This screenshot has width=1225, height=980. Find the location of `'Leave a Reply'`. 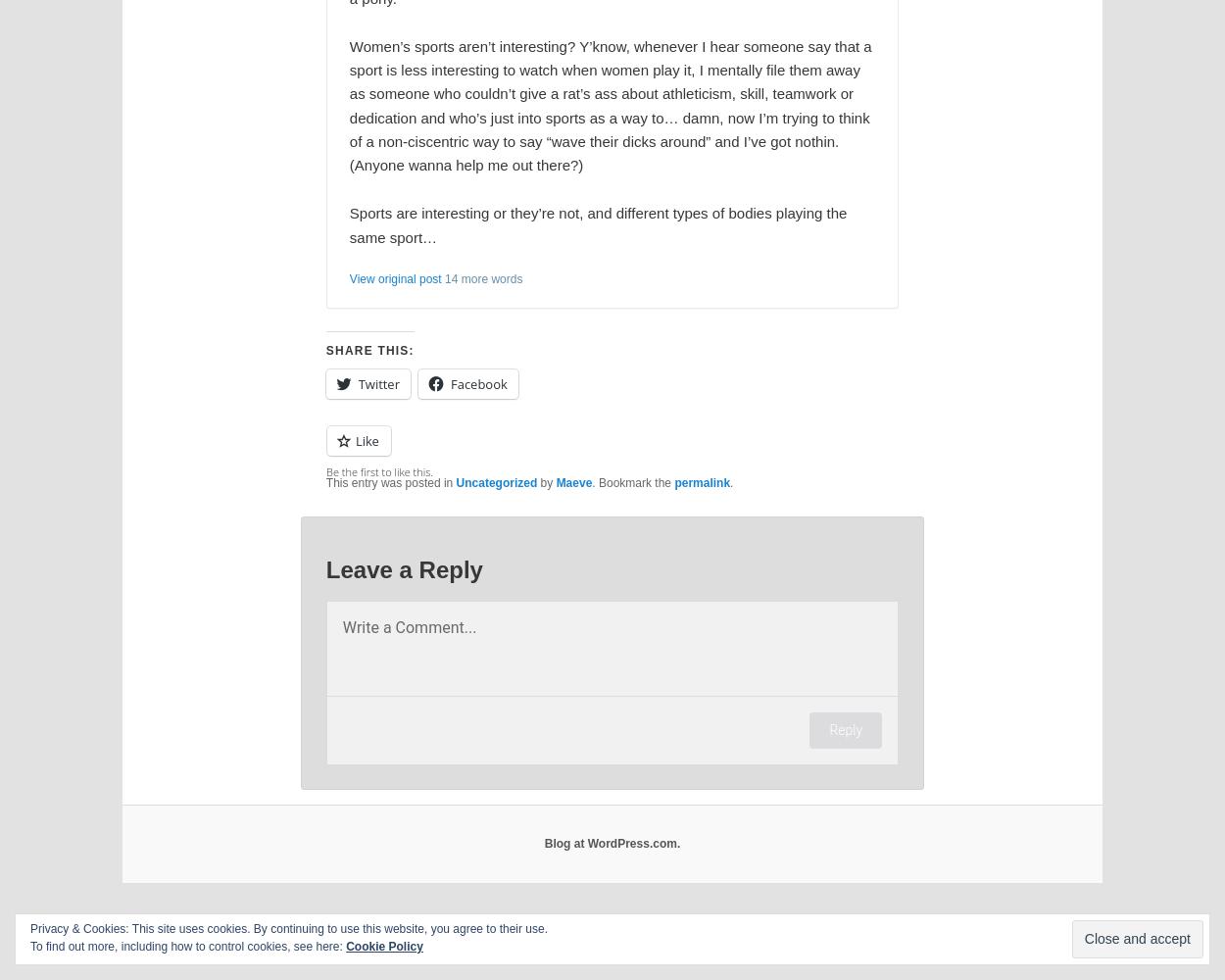

'Leave a Reply' is located at coordinates (324, 567).